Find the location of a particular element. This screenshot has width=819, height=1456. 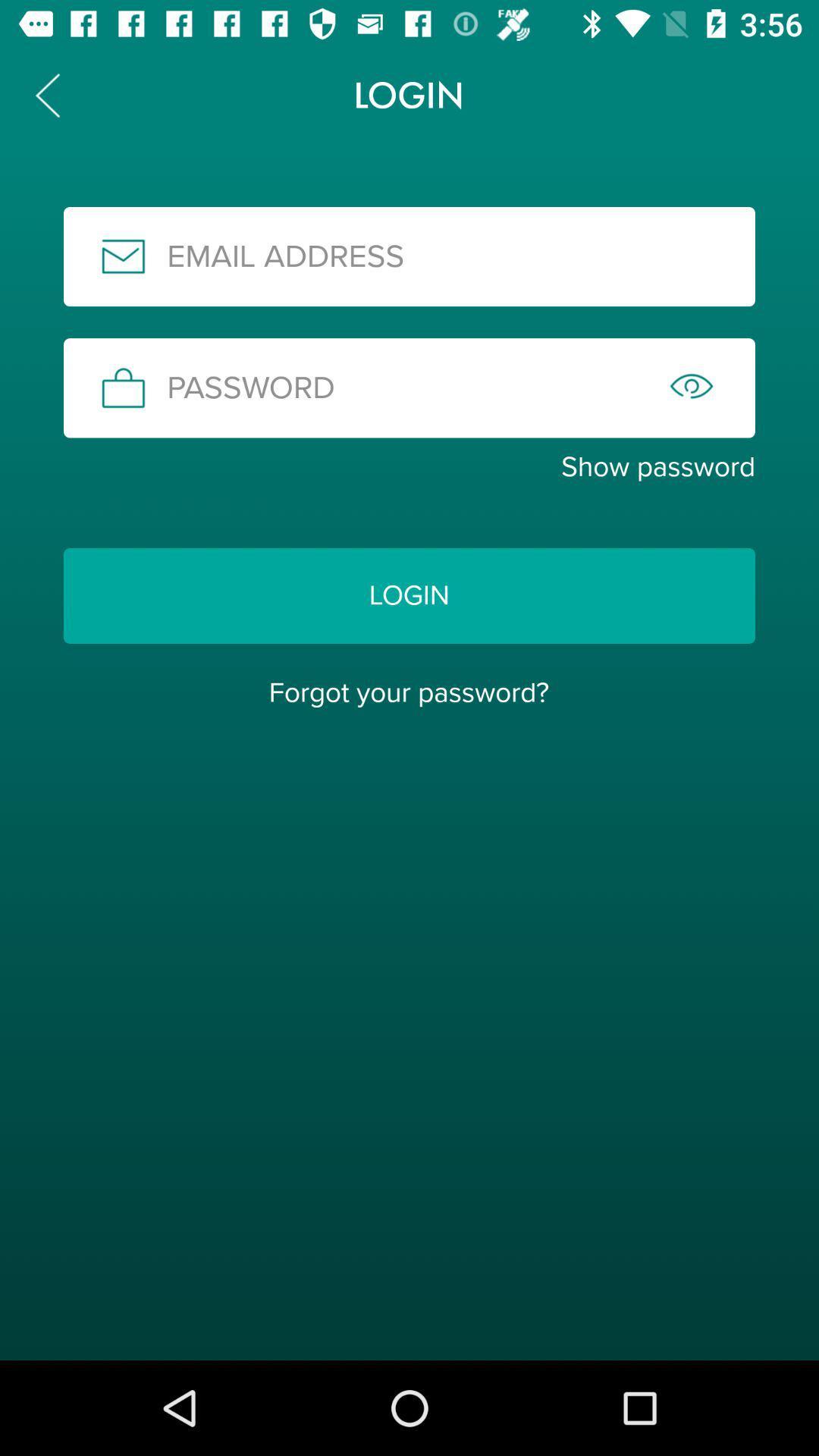

go back is located at coordinates (46, 94).